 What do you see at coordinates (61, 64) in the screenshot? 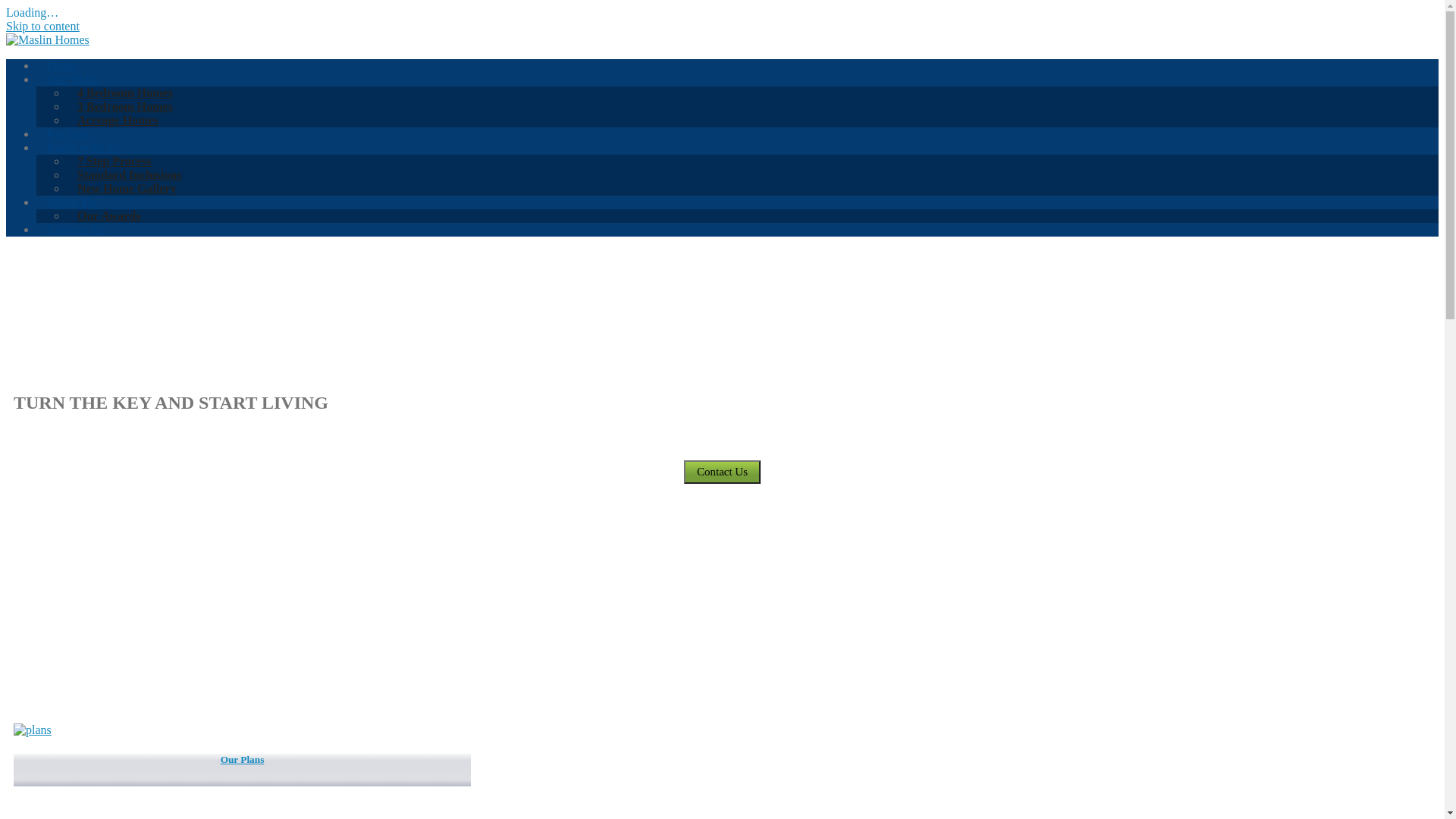
I see `'Home'` at bounding box center [61, 64].